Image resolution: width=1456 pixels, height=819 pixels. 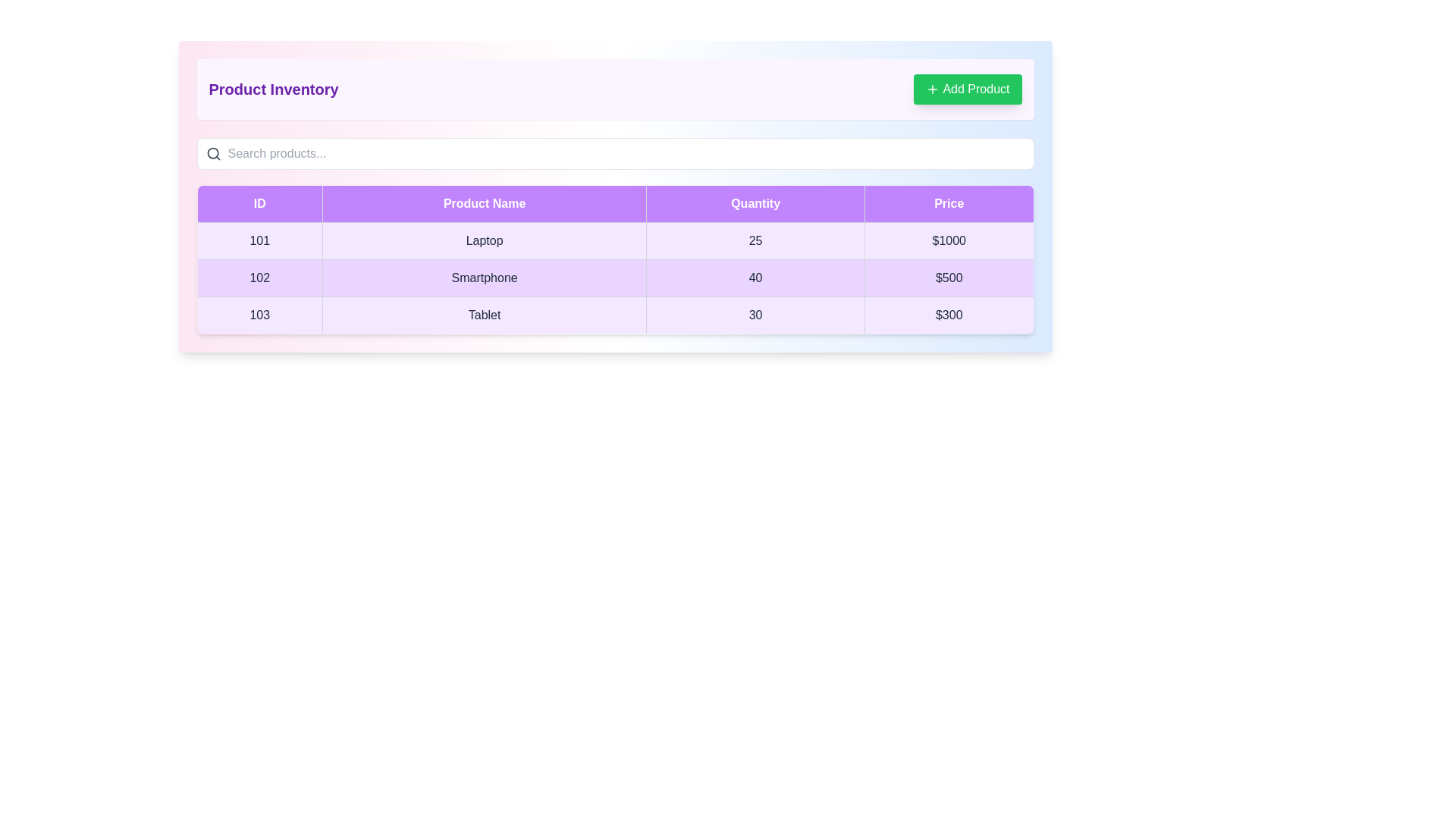 What do you see at coordinates (259, 278) in the screenshot?
I see `the static text field displaying the identifier '102' in the inventory table, which is located in the second row under the 'ID' column` at bounding box center [259, 278].